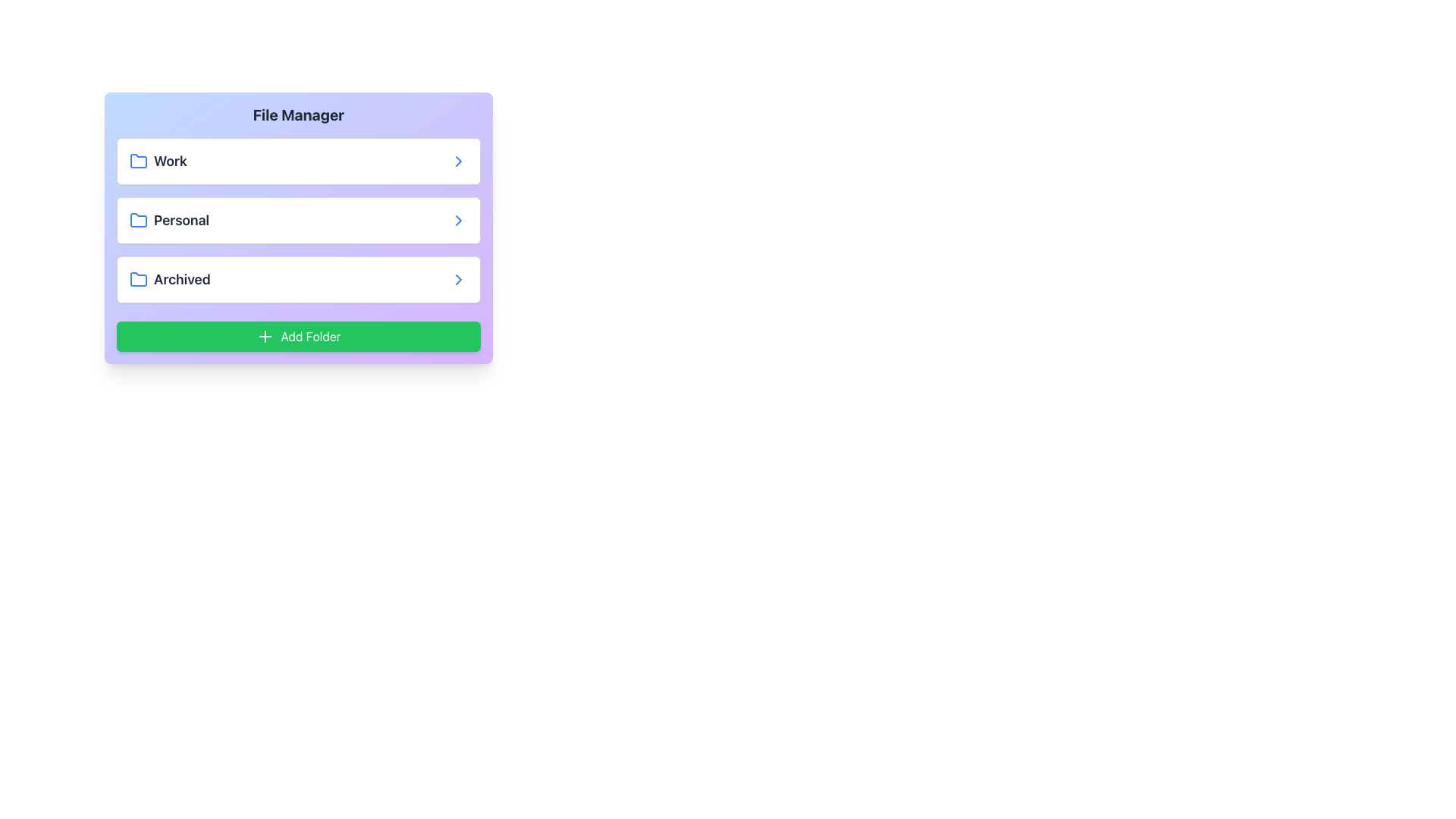  Describe the element at coordinates (138, 161) in the screenshot. I see `the blue outlined folder icon located to the left of the text 'Work' in the file manager interface` at that location.